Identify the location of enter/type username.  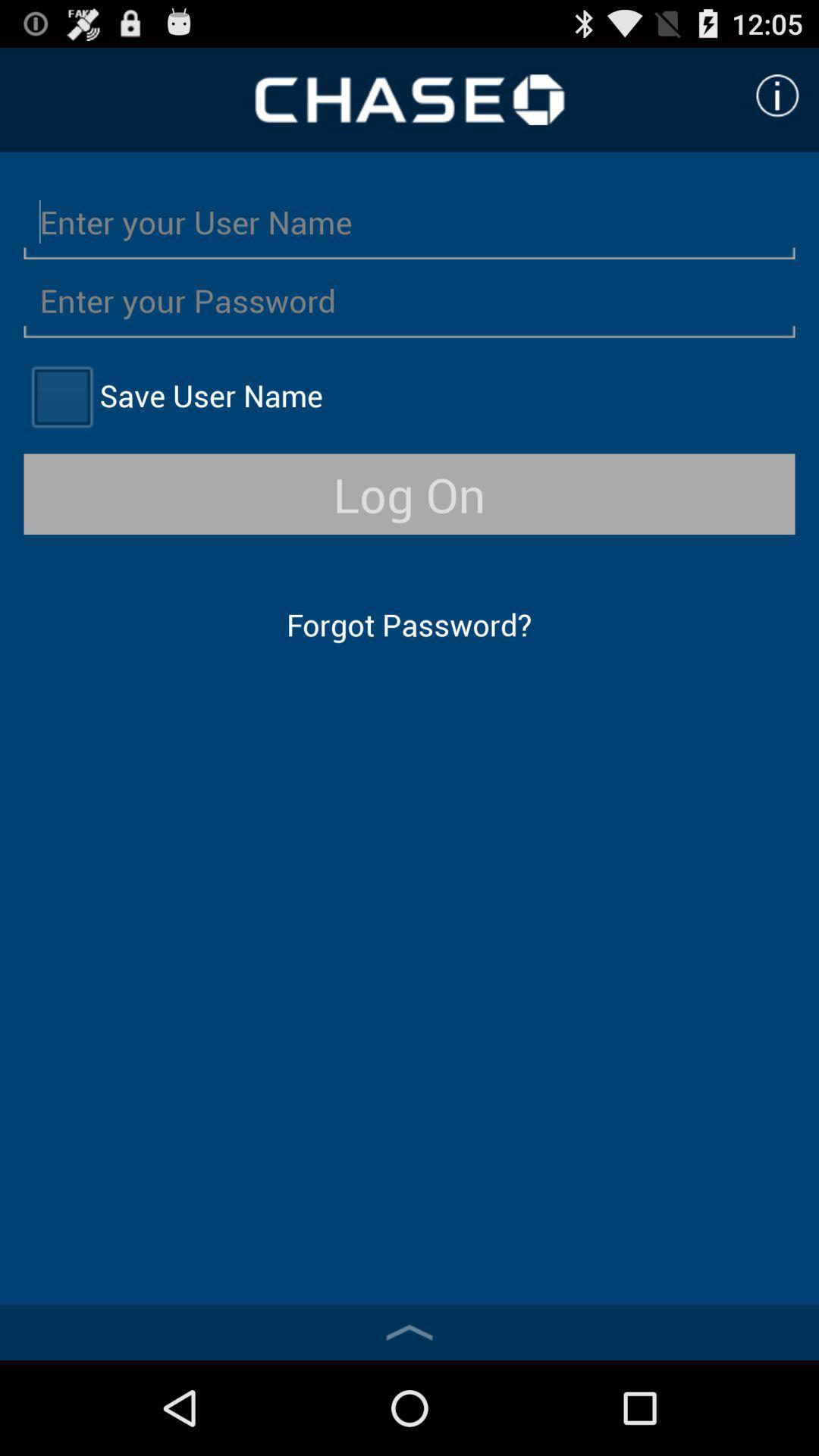
(409, 221).